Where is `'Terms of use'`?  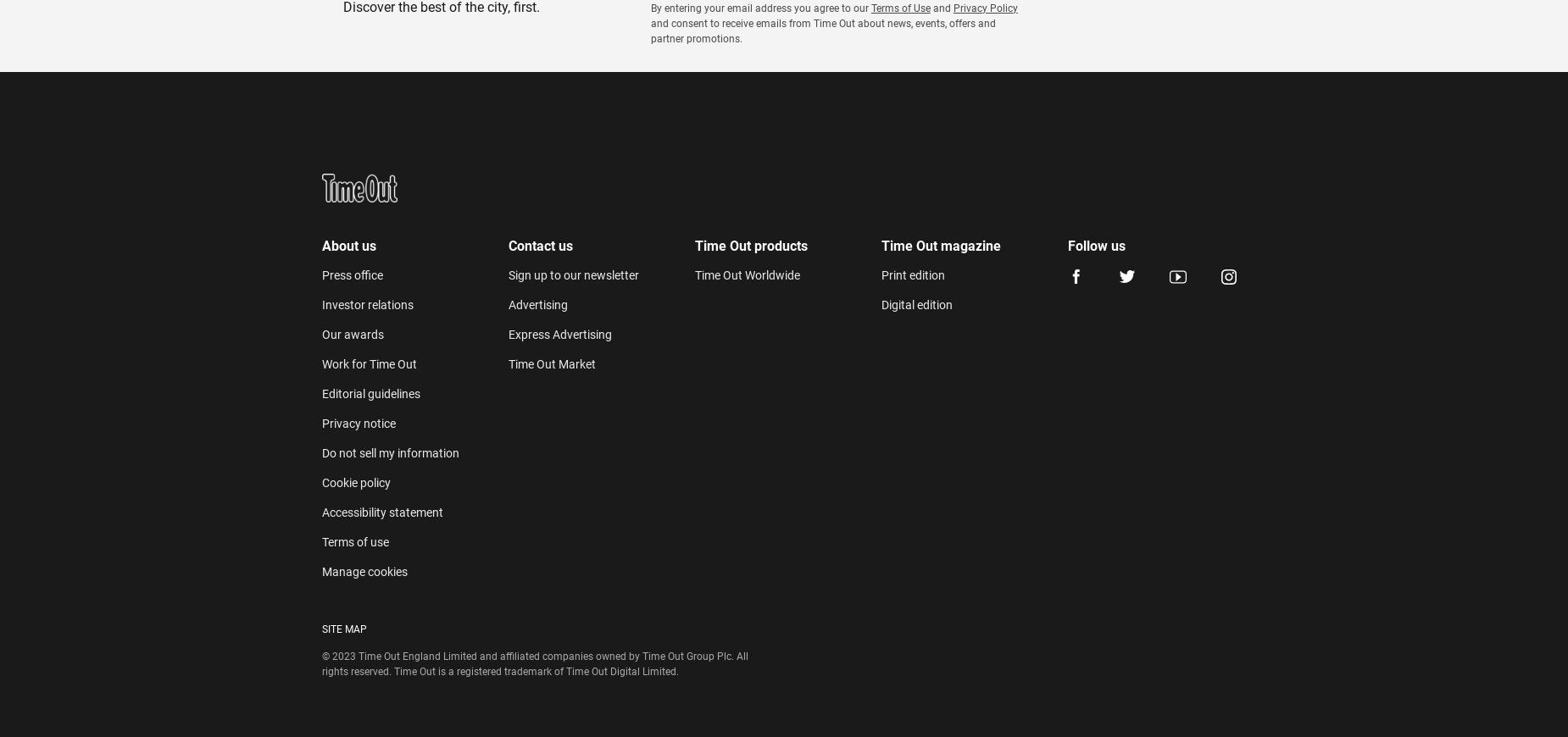 'Terms of use' is located at coordinates (354, 540).